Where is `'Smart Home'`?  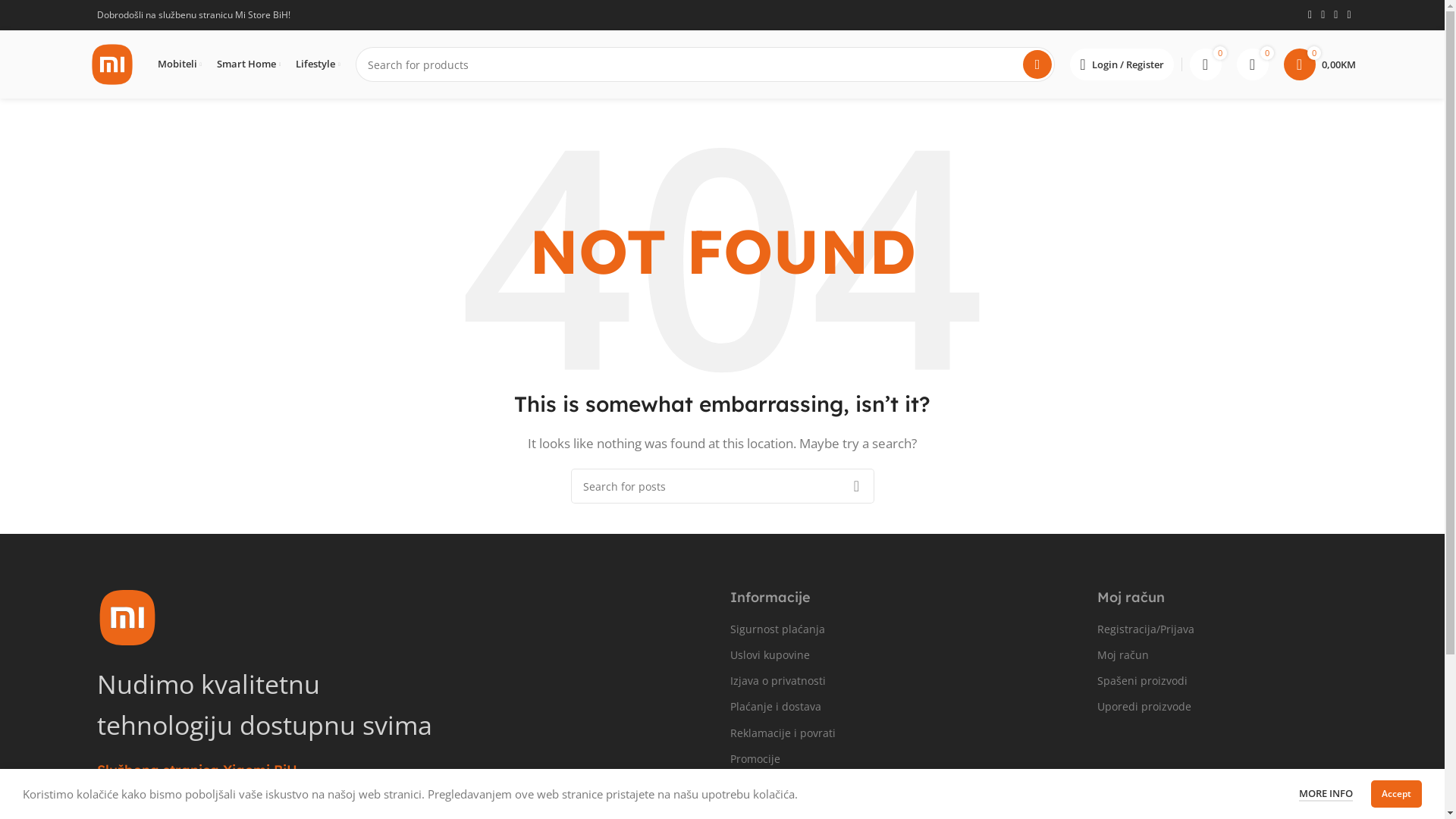
'Smart Home' is located at coordinates (216, 63).